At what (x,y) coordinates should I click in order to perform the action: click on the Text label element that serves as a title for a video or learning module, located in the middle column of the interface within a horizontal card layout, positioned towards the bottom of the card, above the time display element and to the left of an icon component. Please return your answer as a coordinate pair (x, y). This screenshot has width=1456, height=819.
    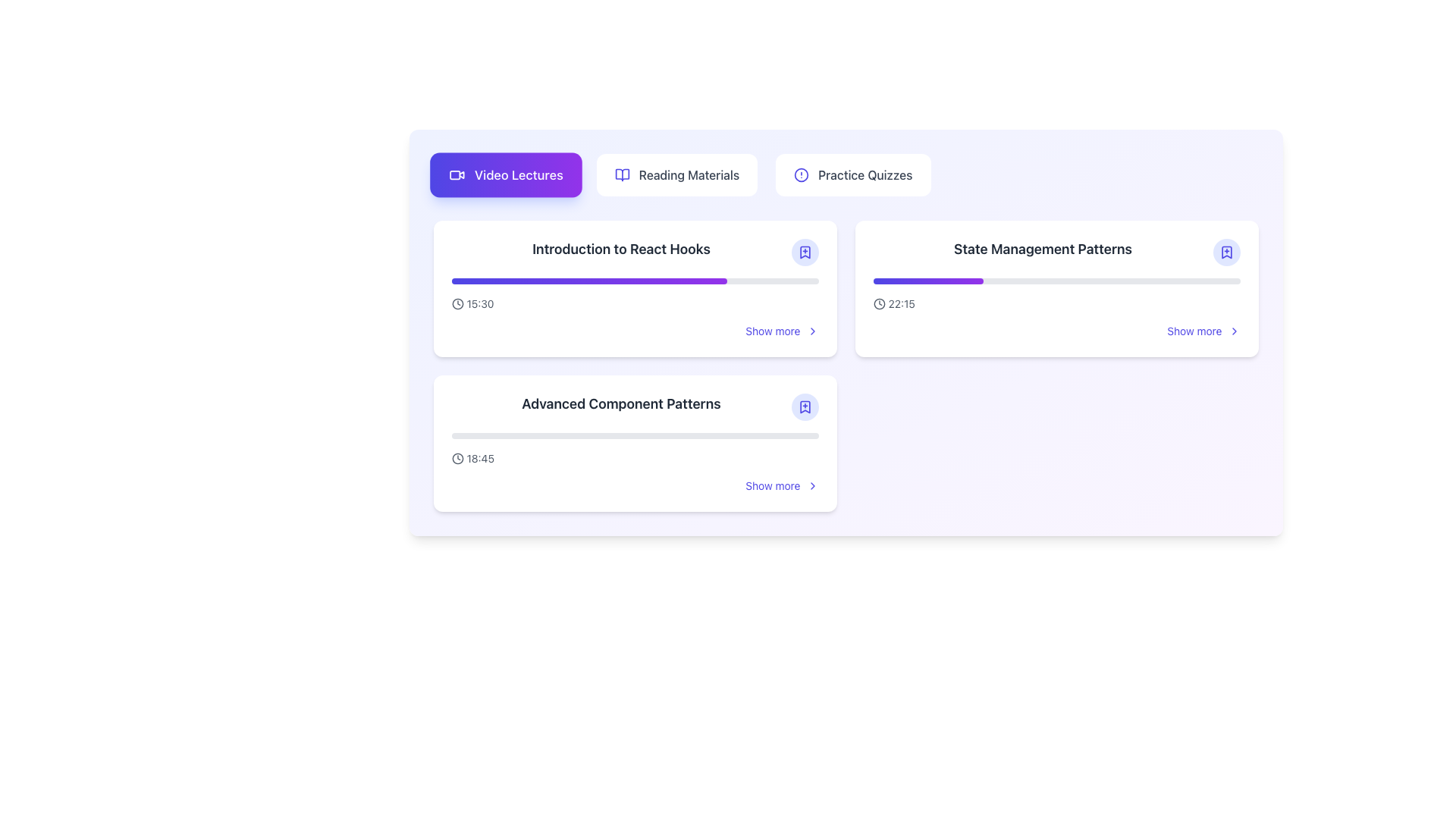
    Looking at the image, I should click on (621, 403).